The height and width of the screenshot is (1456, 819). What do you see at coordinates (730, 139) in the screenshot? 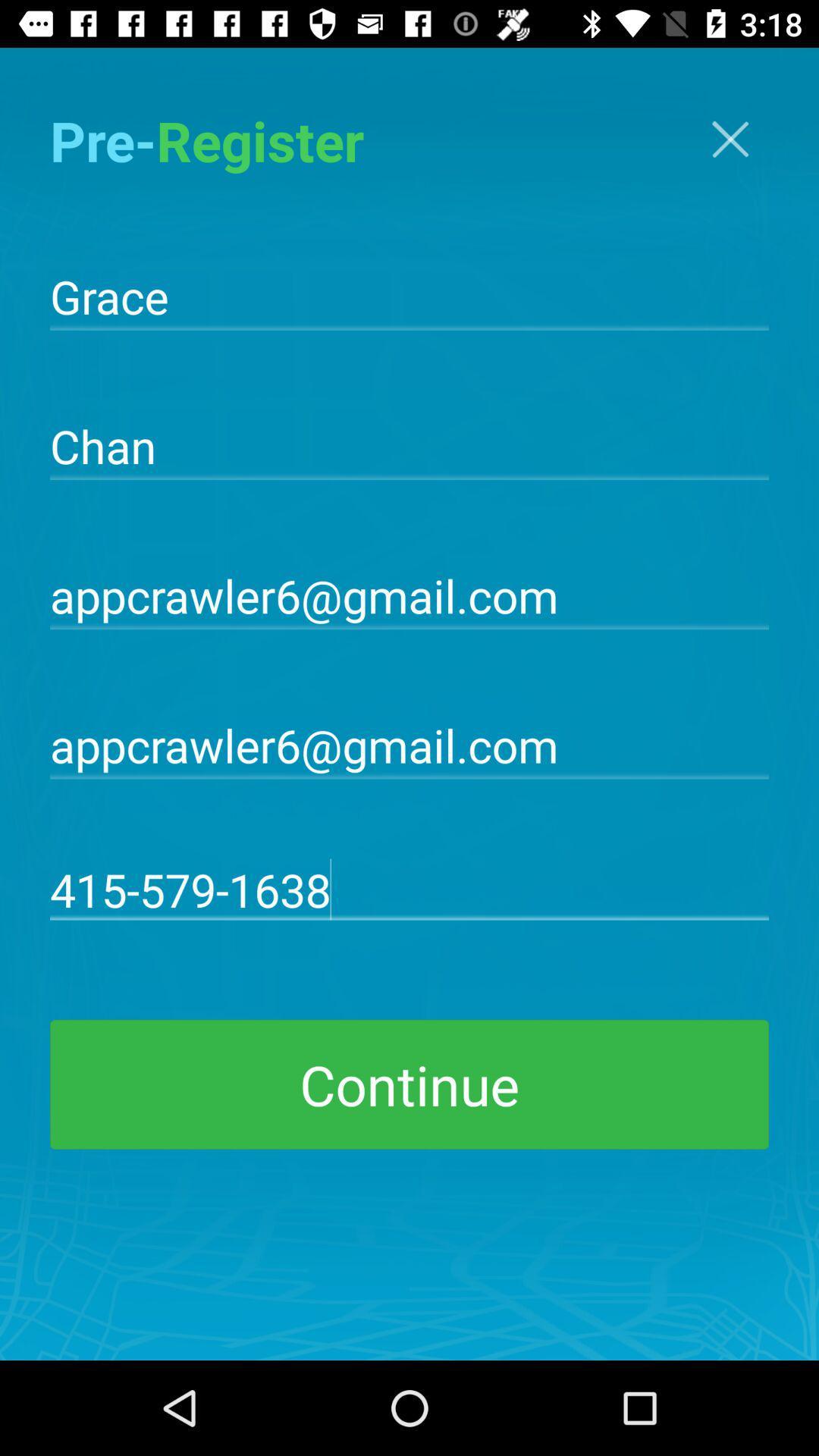
I see `the icon above the grace` at bounding box center [730, 139].